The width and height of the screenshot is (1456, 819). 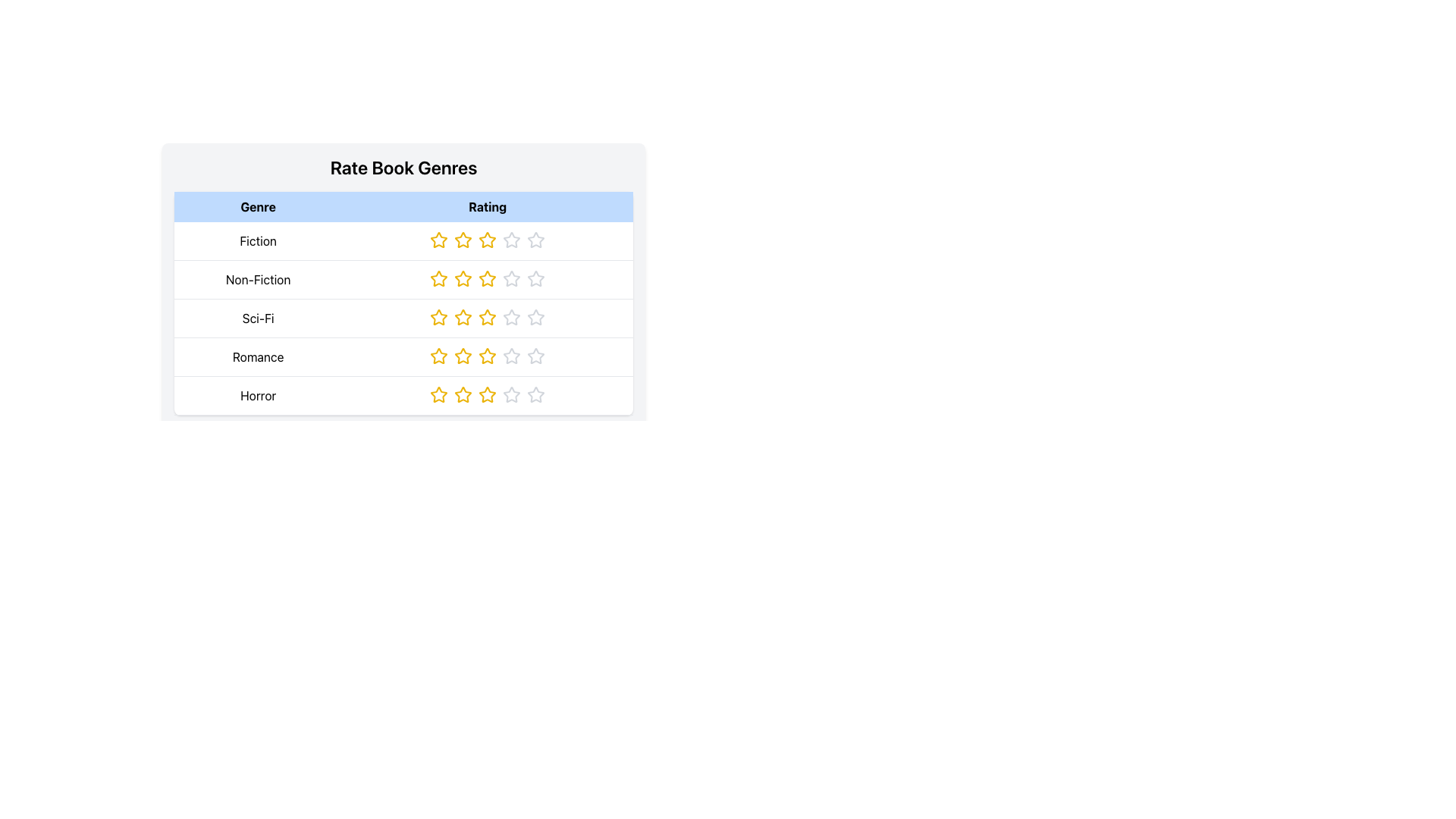 What do you see at coordinates (536, 239) in the screenshot?
I see `the fourth star in the Rating Star Indicator under the 'Fiction' label to assign or modify the rating` at bounding box center [536, 239].